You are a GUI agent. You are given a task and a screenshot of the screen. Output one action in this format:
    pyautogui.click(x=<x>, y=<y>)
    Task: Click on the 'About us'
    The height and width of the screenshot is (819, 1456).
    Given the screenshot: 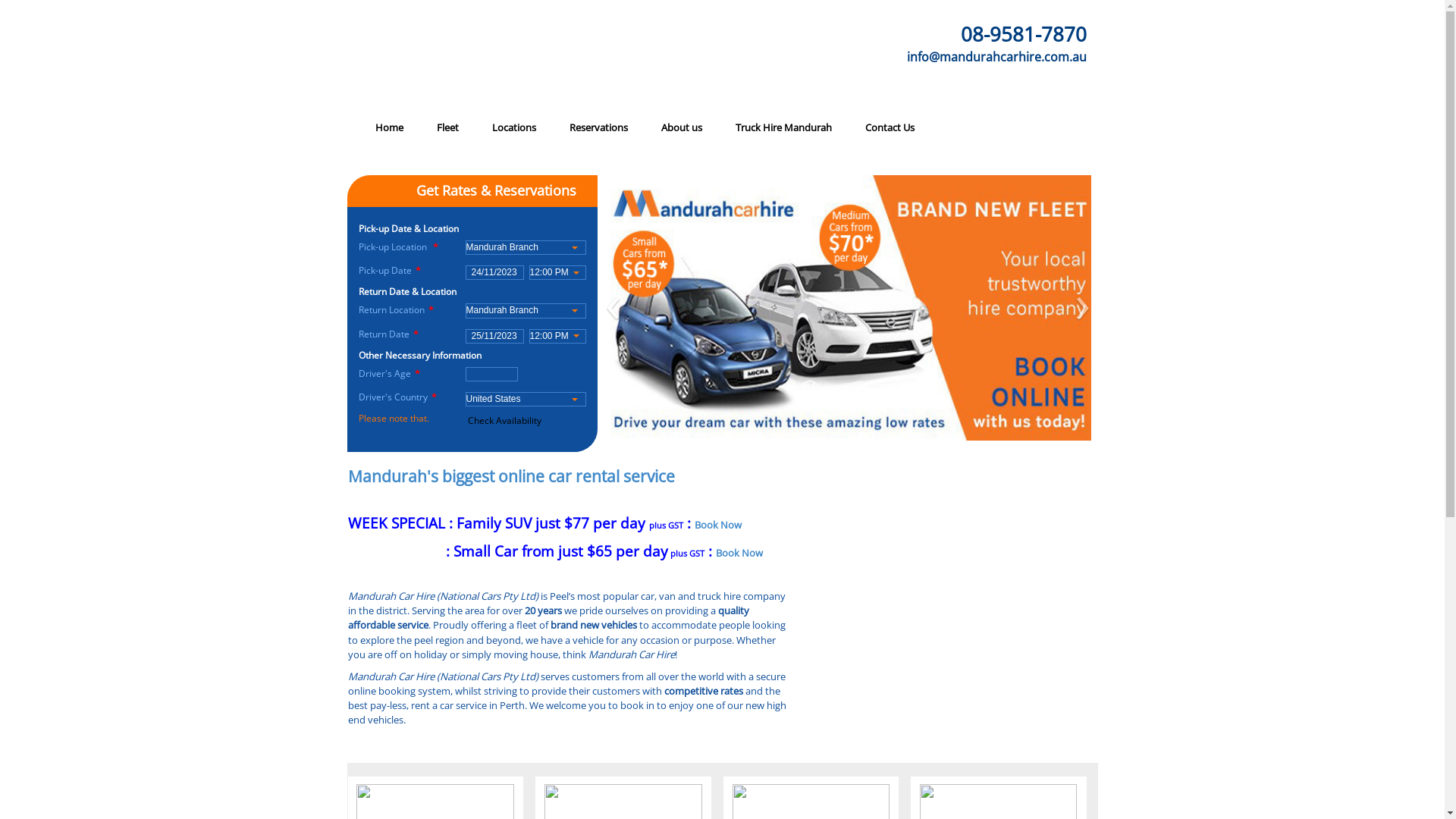 What is the action you would take?
    pyautogui.click(x=680, y=127)
    